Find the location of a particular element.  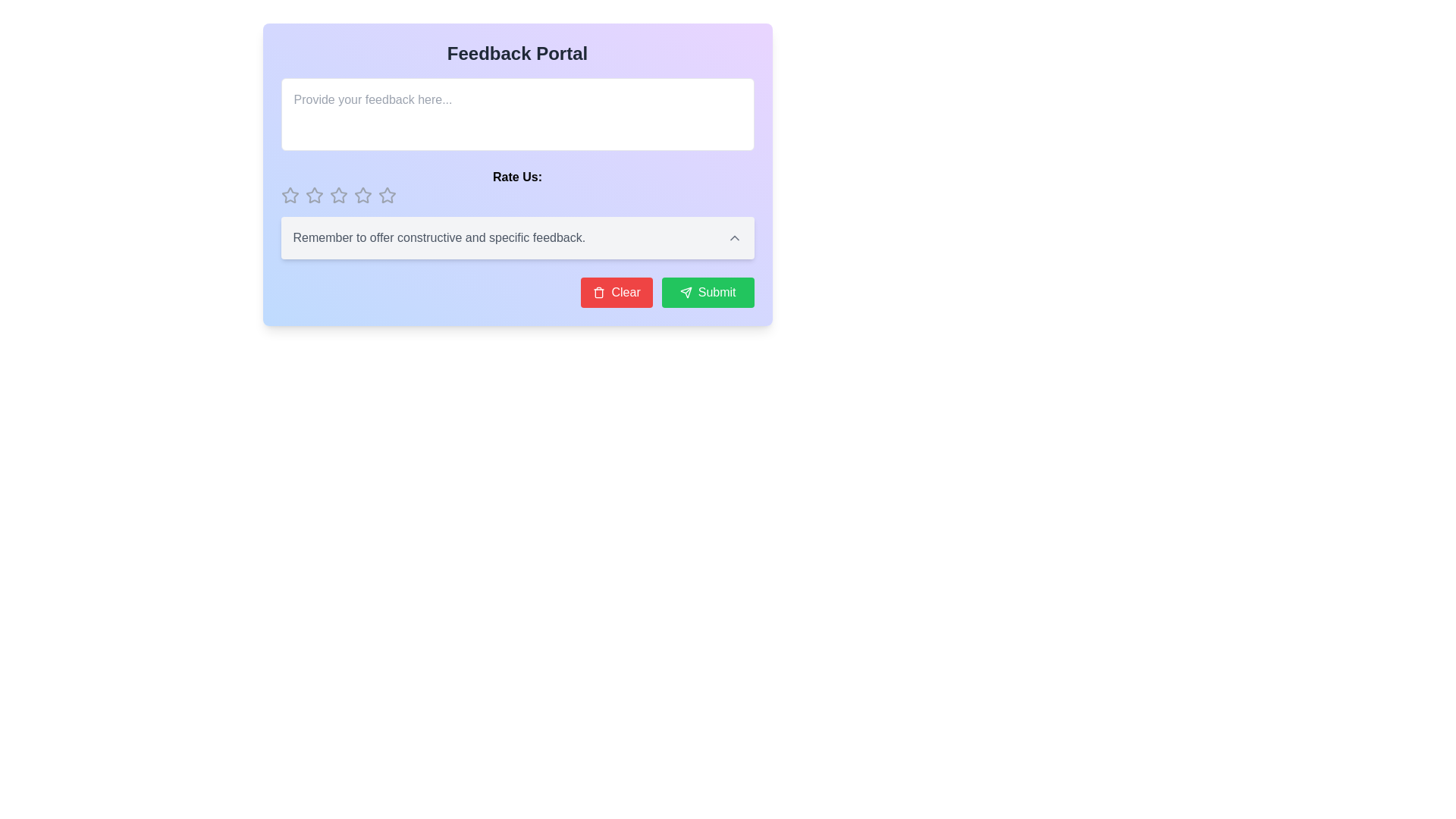

the second star icon in the five-star rating system located below the 'Rate Us' label in the feedback form UI is located at coordinates (337, 194).